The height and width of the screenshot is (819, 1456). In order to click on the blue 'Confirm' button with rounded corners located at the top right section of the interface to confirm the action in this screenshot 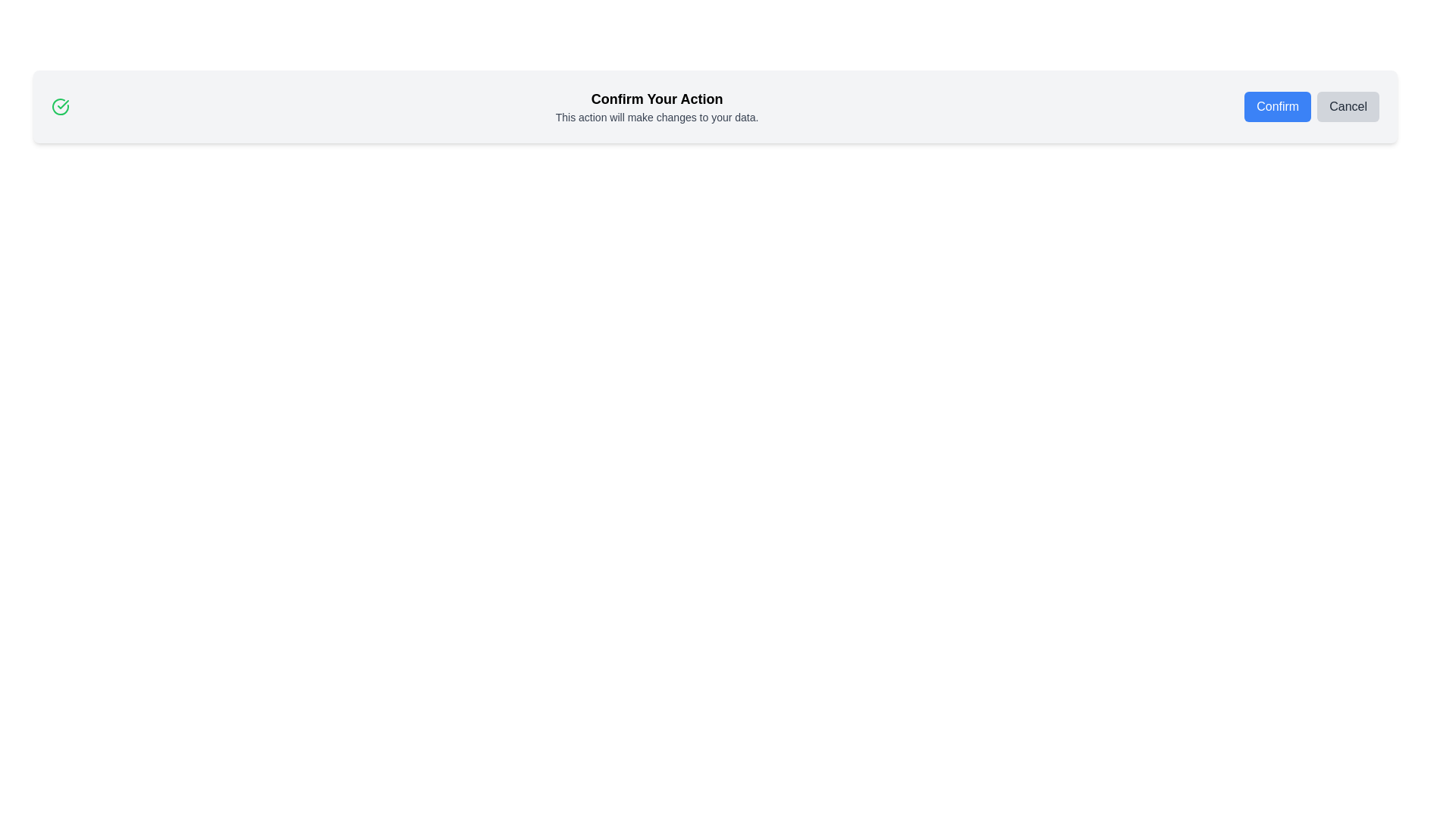, I will do `click(1277, 106)`.